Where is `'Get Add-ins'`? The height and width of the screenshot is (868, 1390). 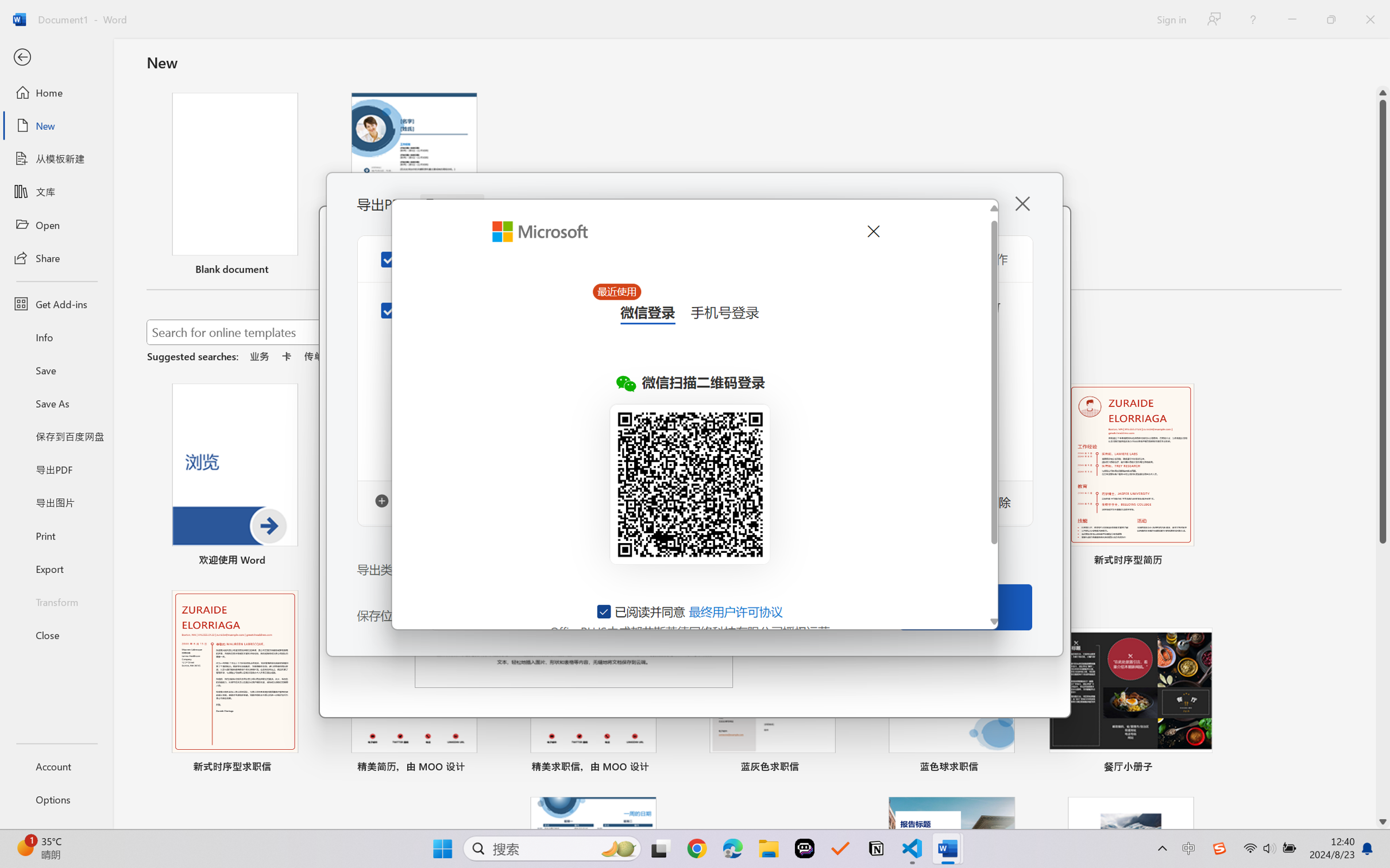
'Get Add-ins' is located at coordinates (56, 303).